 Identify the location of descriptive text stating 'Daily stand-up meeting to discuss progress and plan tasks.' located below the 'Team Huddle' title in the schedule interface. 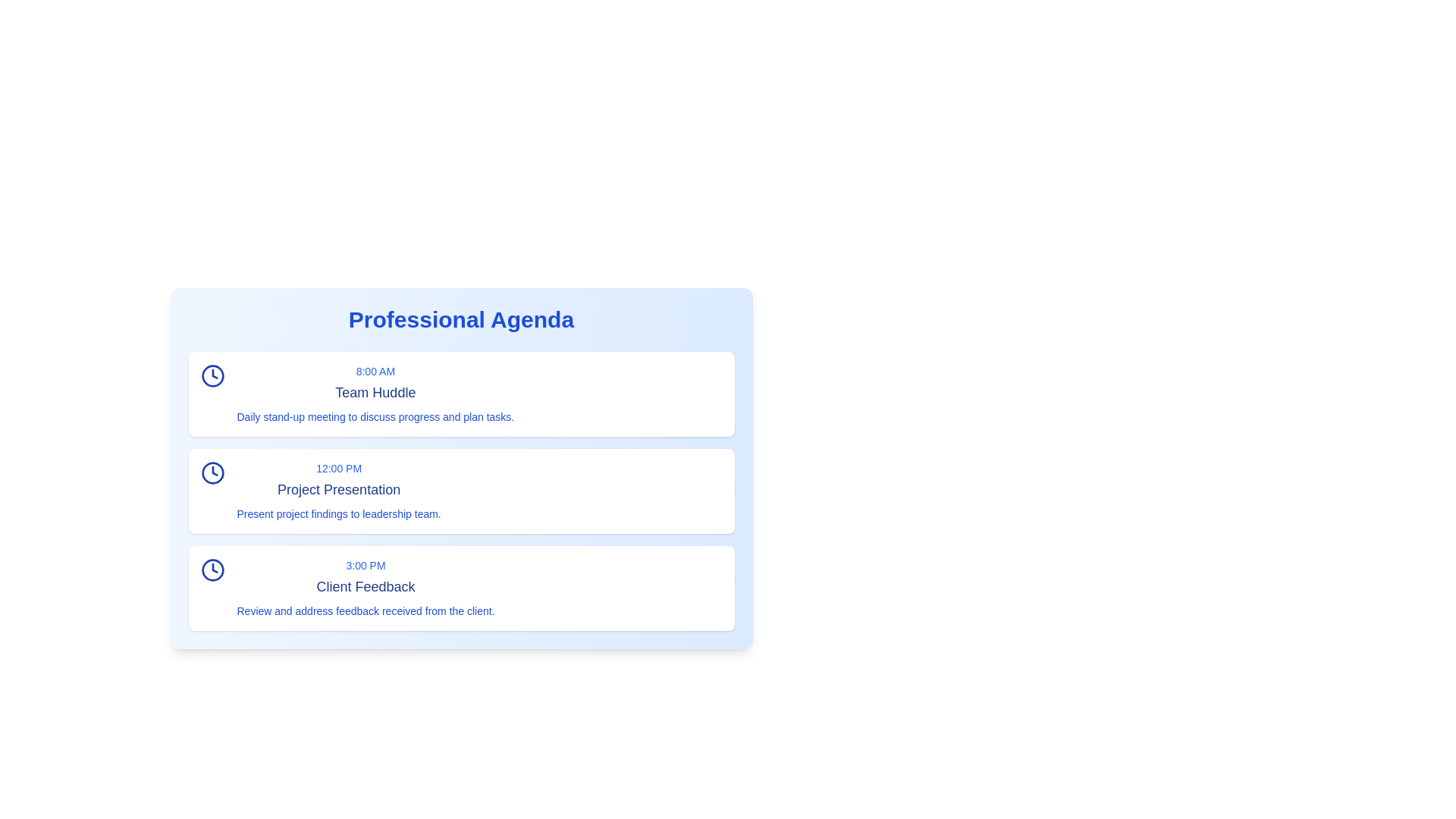
(375, 417).